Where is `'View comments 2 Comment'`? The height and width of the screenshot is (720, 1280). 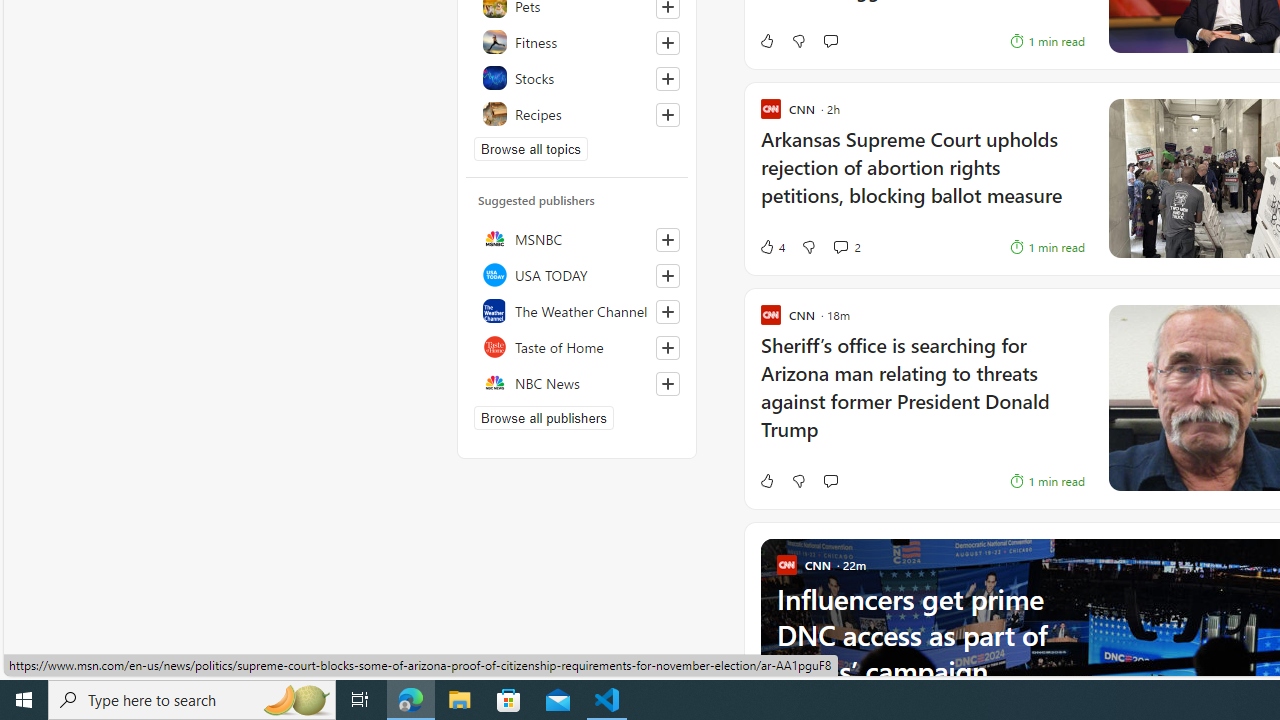
'View comments 2 Comment' is located at coordinates (846, 245).